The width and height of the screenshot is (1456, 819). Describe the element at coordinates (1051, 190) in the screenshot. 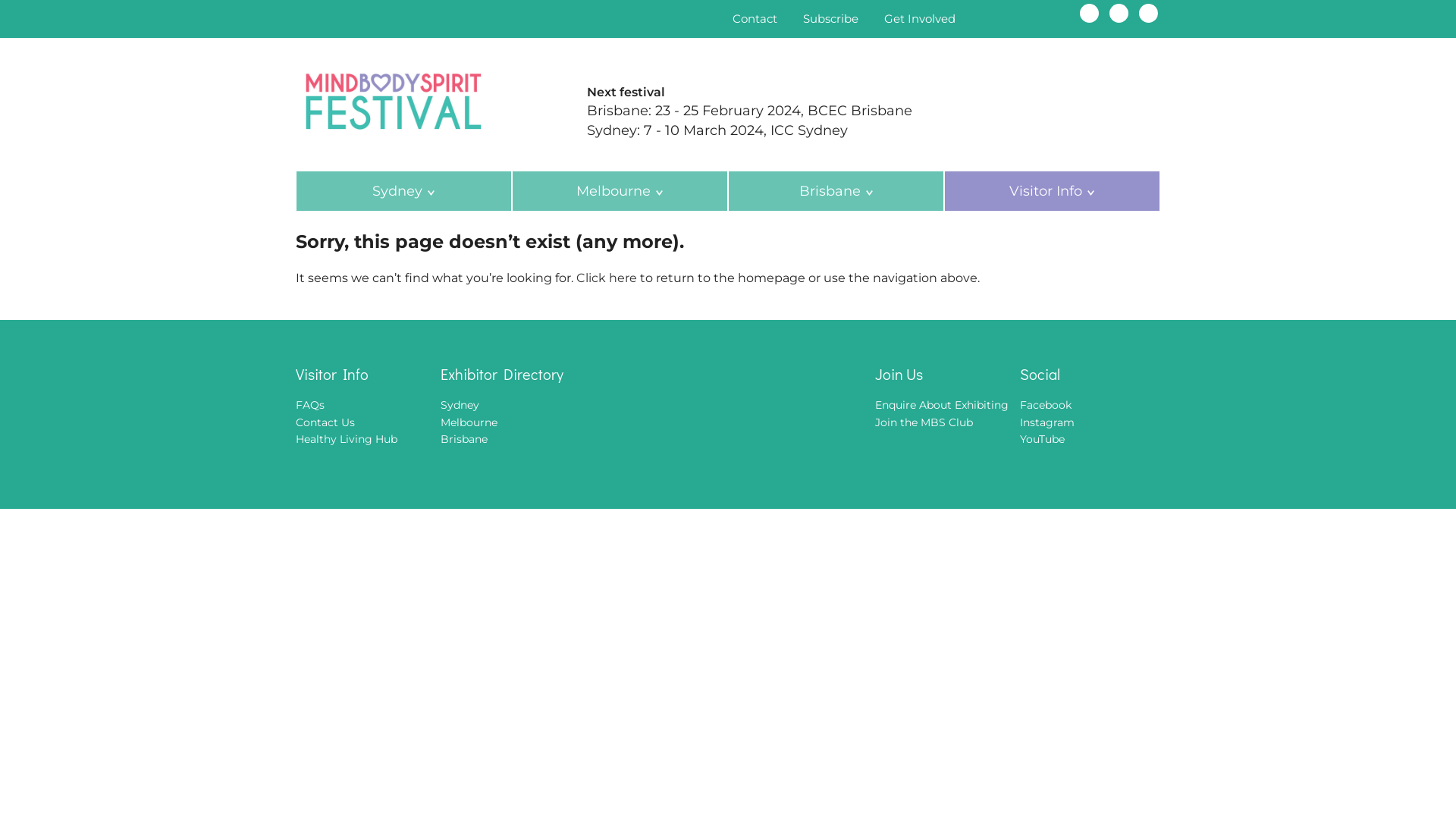

I see `'Visitor Info'` at that location.